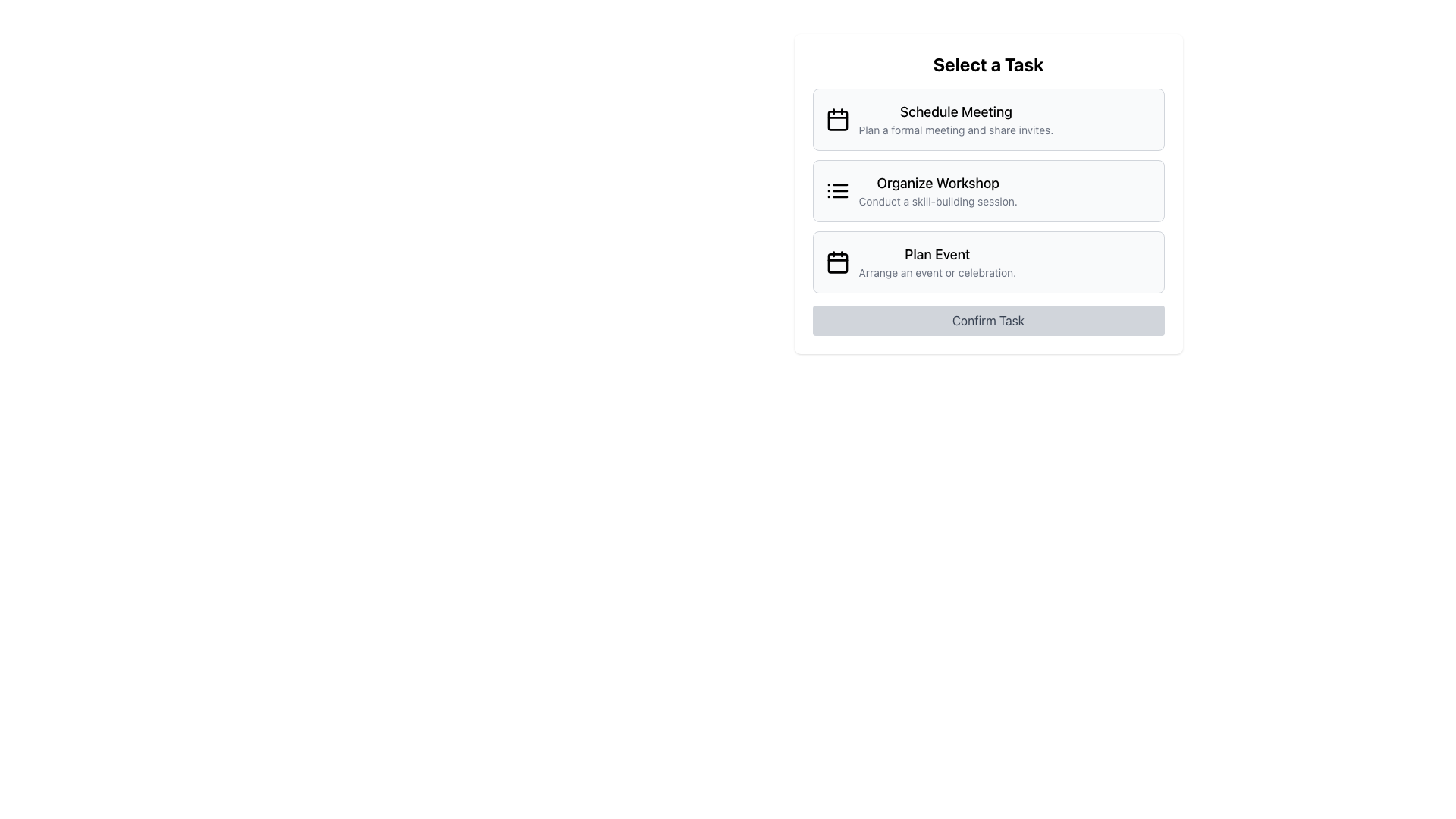 Image resolution: width=1456 pixels, height=819 pixels. What do you see at coordinates (937, 271) in the screenshot?
I see `the text label that provides explanation for the 'Plan Event' option, which is located as the second line of text directly below the heading 'Plan Event' in the third card of the 'Select a Task' section` at bounding box center [937, 271].